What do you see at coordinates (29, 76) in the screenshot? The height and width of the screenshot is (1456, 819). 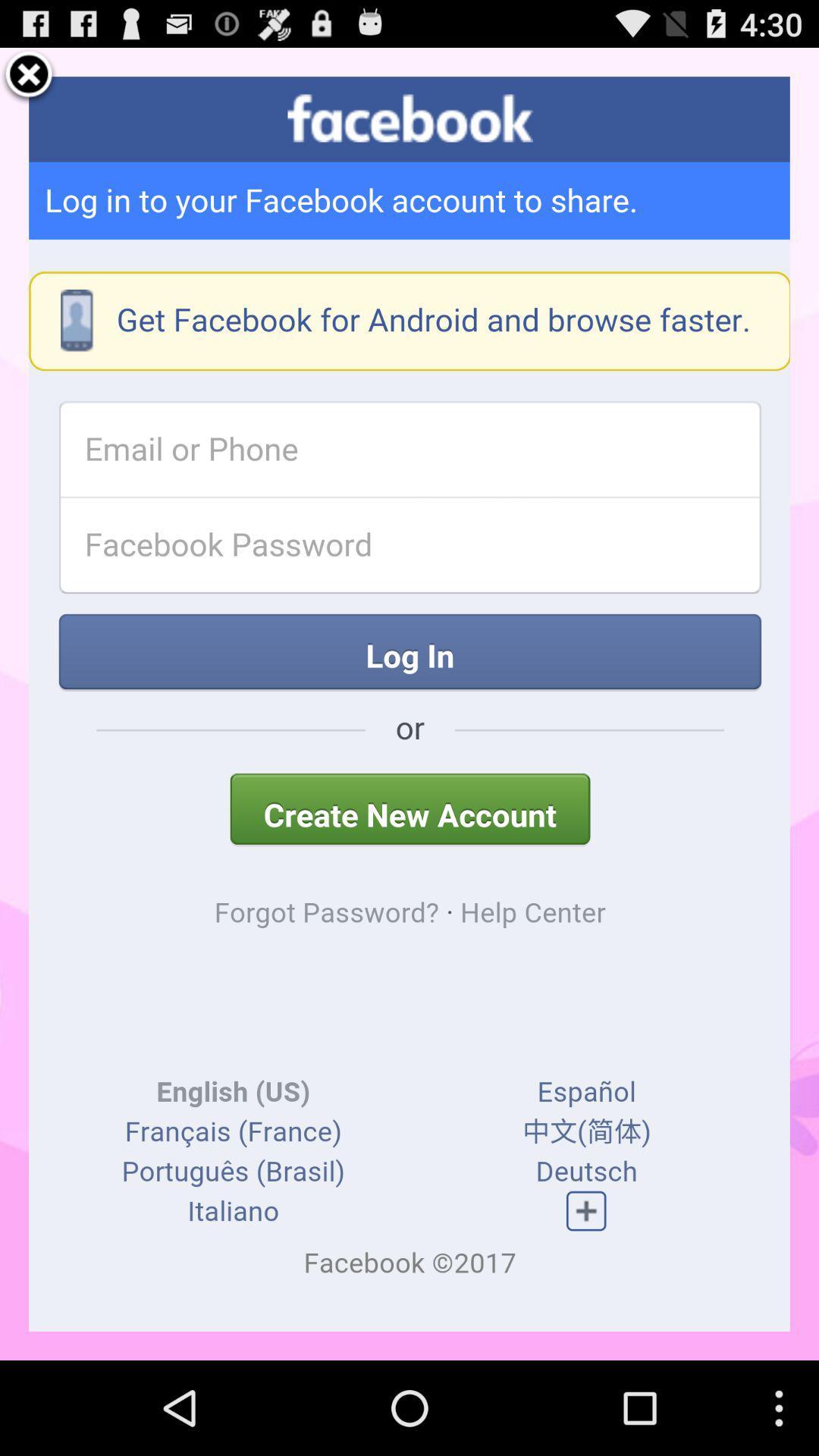 I see `to close` at bounding box center [29, 76].